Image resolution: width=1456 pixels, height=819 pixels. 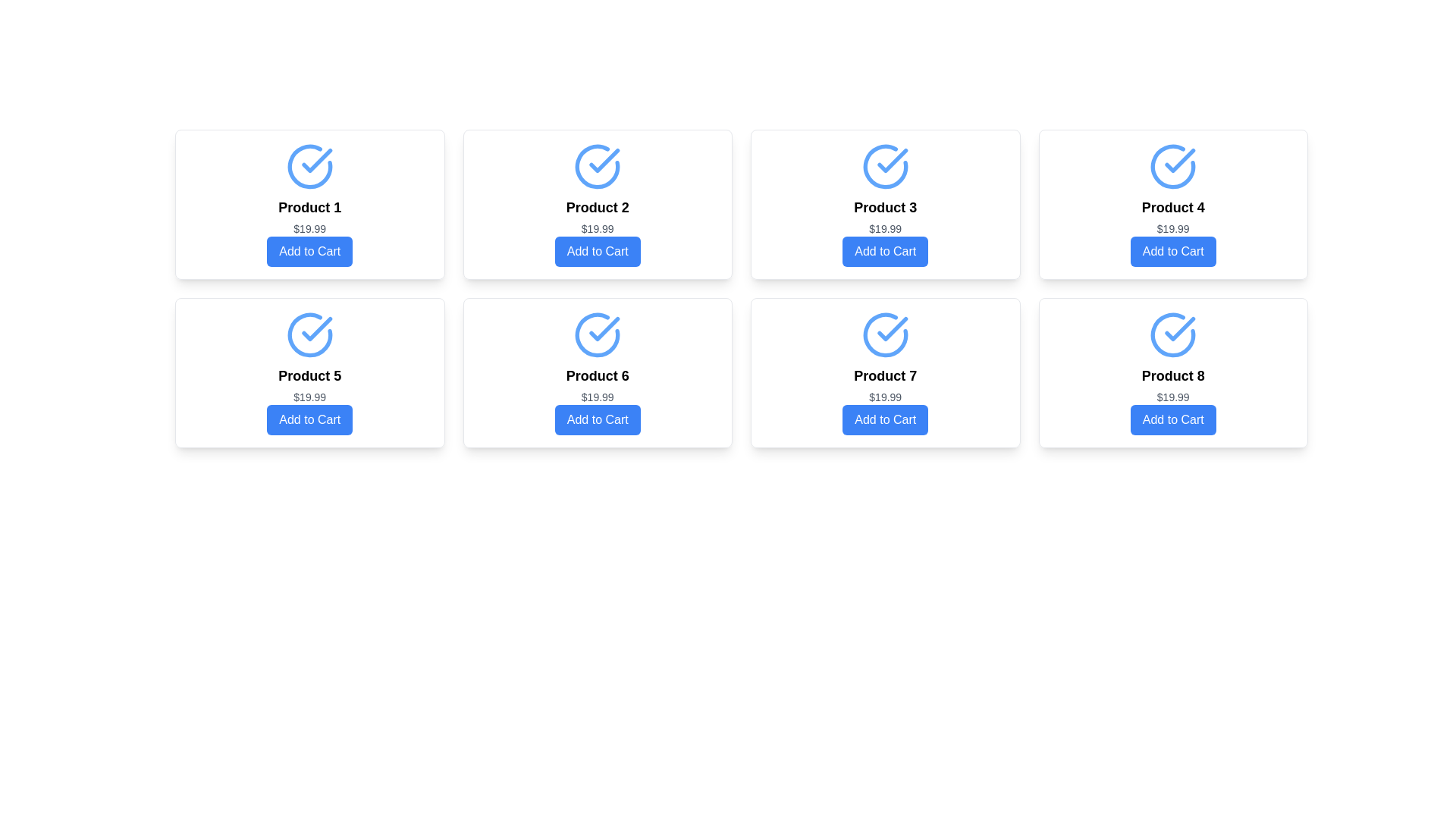 I want to click on the circular icon with a check mark inside, which is styled with a blue outline and located above the text 'Product 5', so click(x=309, y=334).